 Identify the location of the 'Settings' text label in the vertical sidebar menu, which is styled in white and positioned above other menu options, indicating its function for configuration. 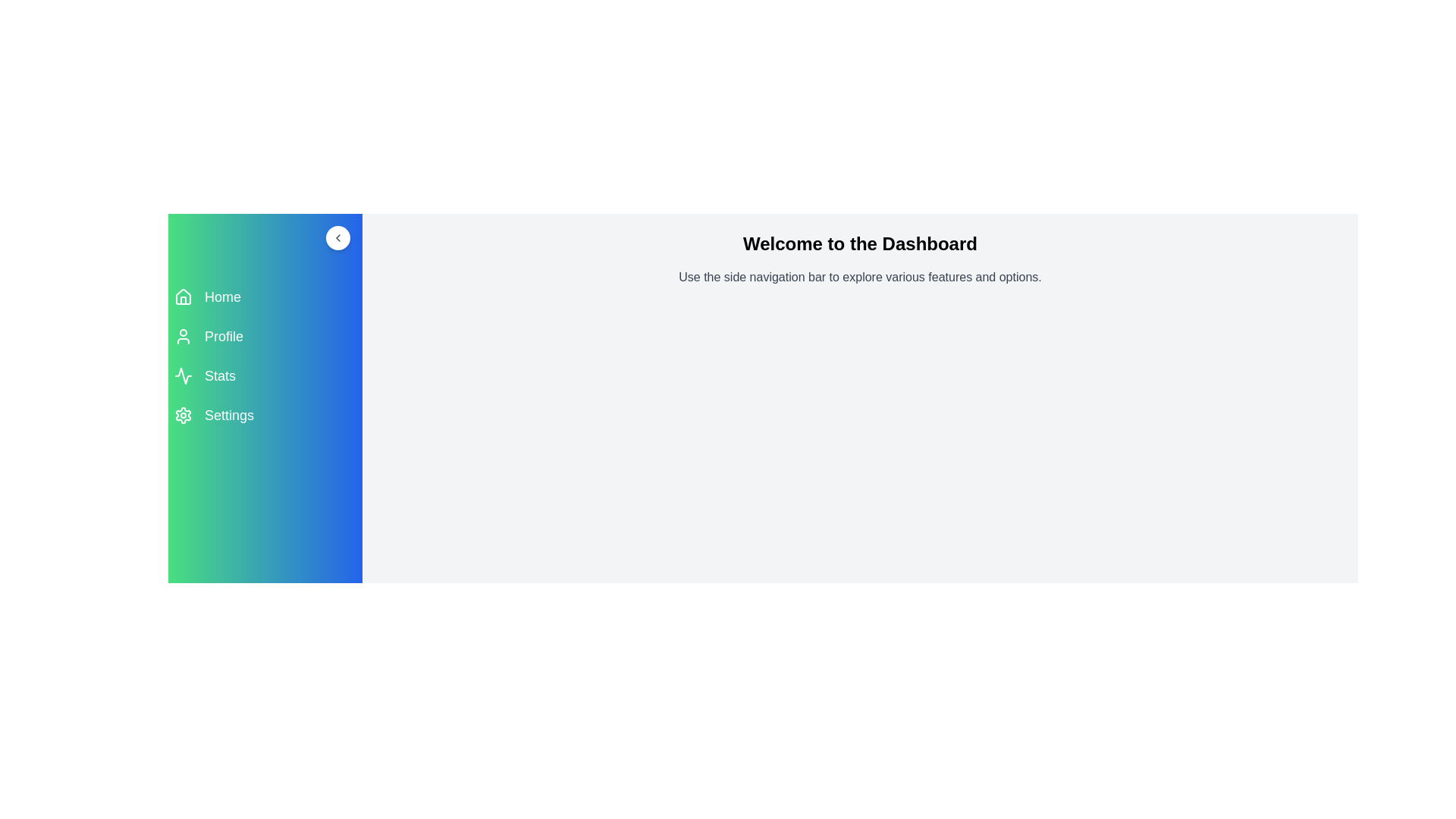
(228, 415).